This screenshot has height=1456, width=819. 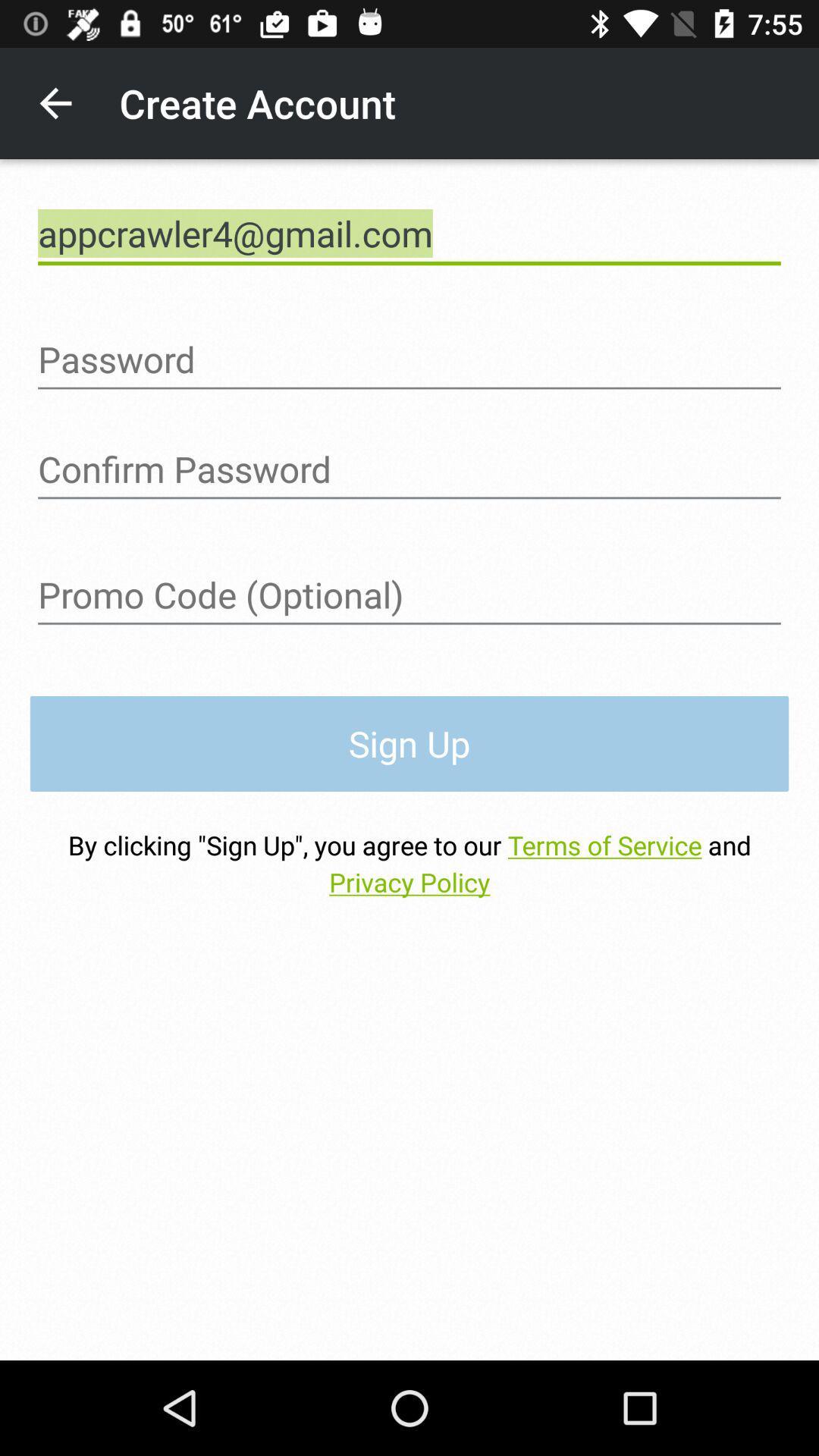 I want to click on password field, so click(x=409, y=469).